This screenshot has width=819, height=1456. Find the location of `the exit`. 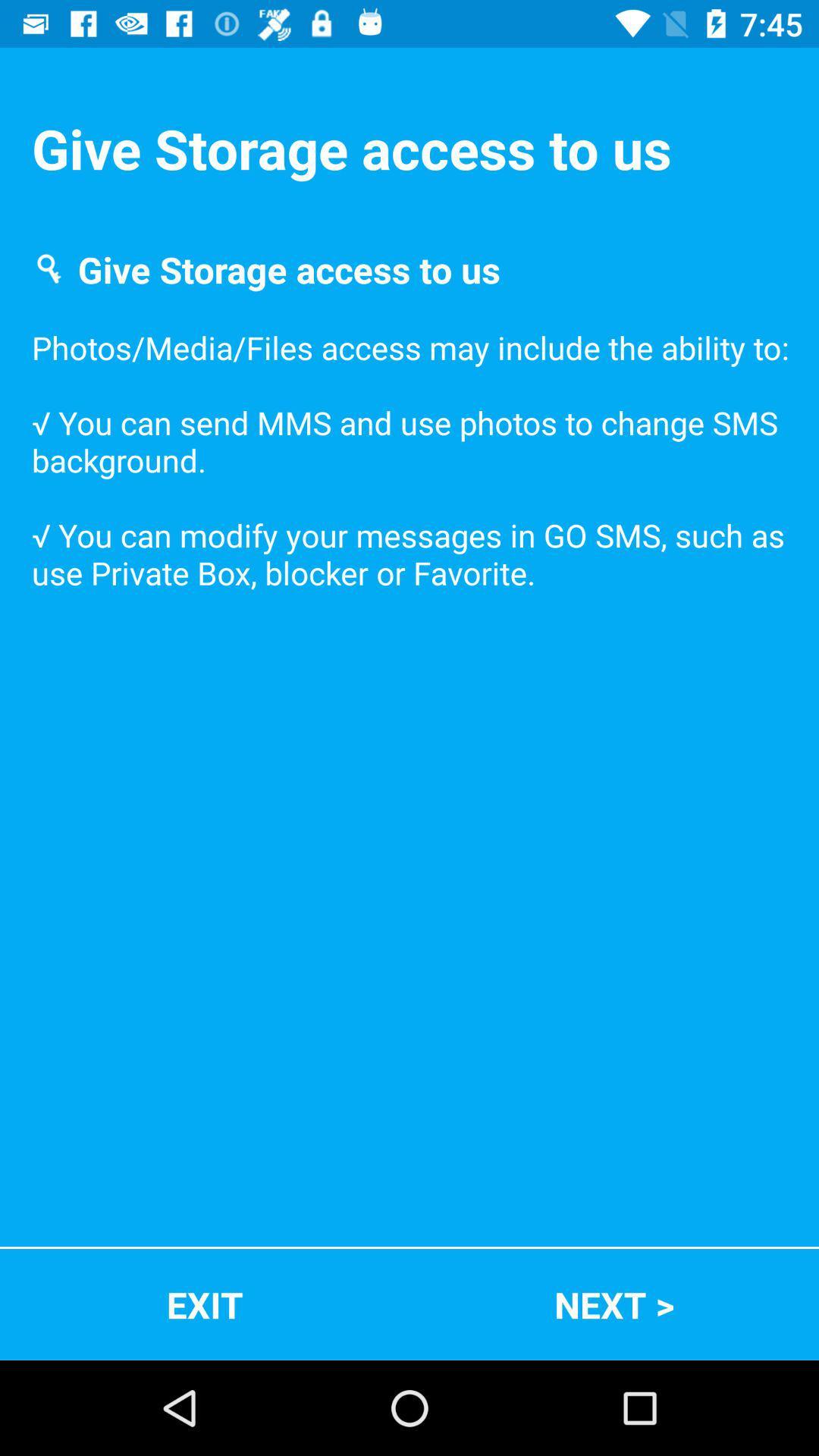

the exit is located at coordinates (205, 1304).